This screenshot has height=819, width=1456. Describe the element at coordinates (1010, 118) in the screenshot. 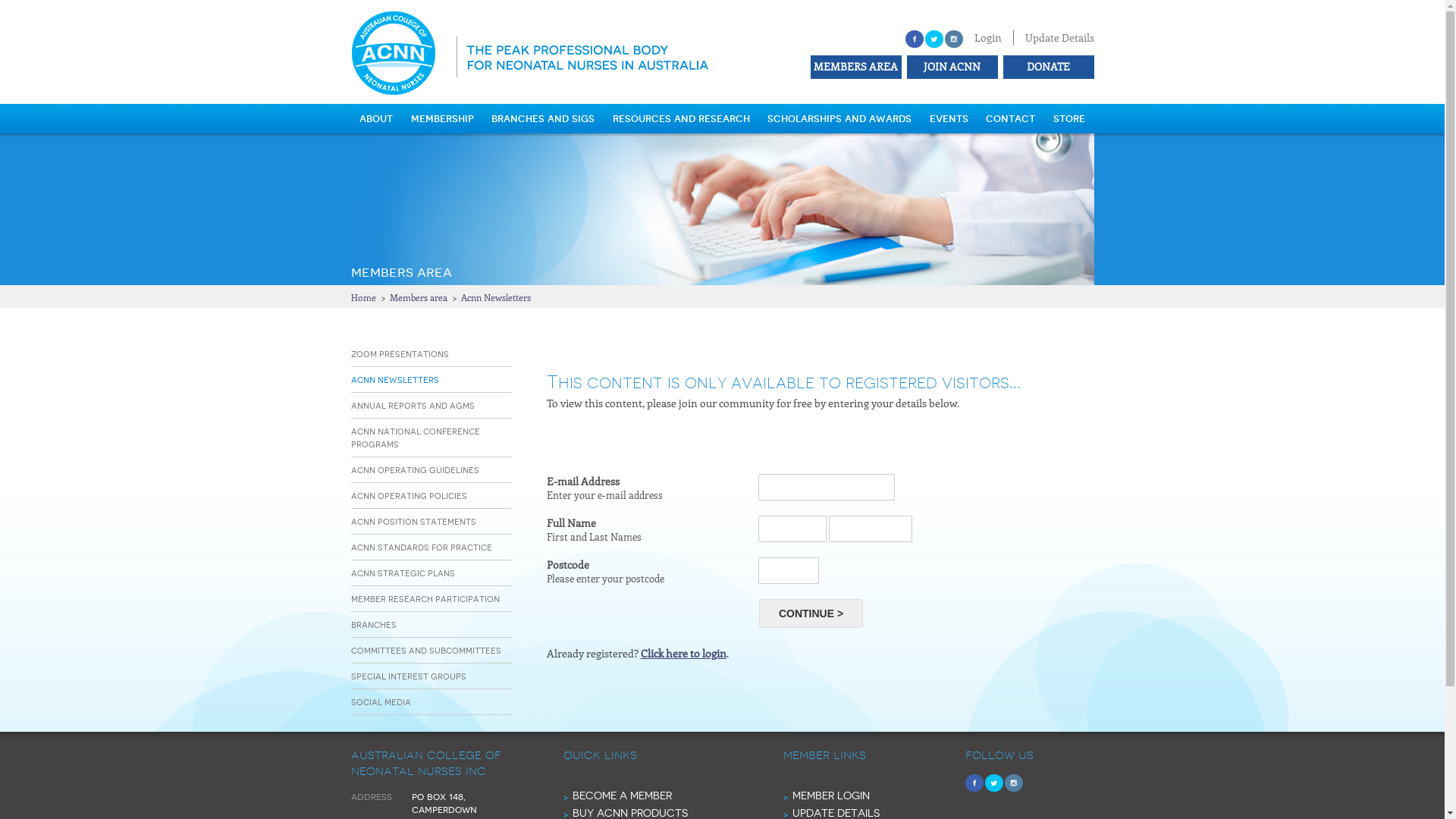

I see `'contact'` at that location.